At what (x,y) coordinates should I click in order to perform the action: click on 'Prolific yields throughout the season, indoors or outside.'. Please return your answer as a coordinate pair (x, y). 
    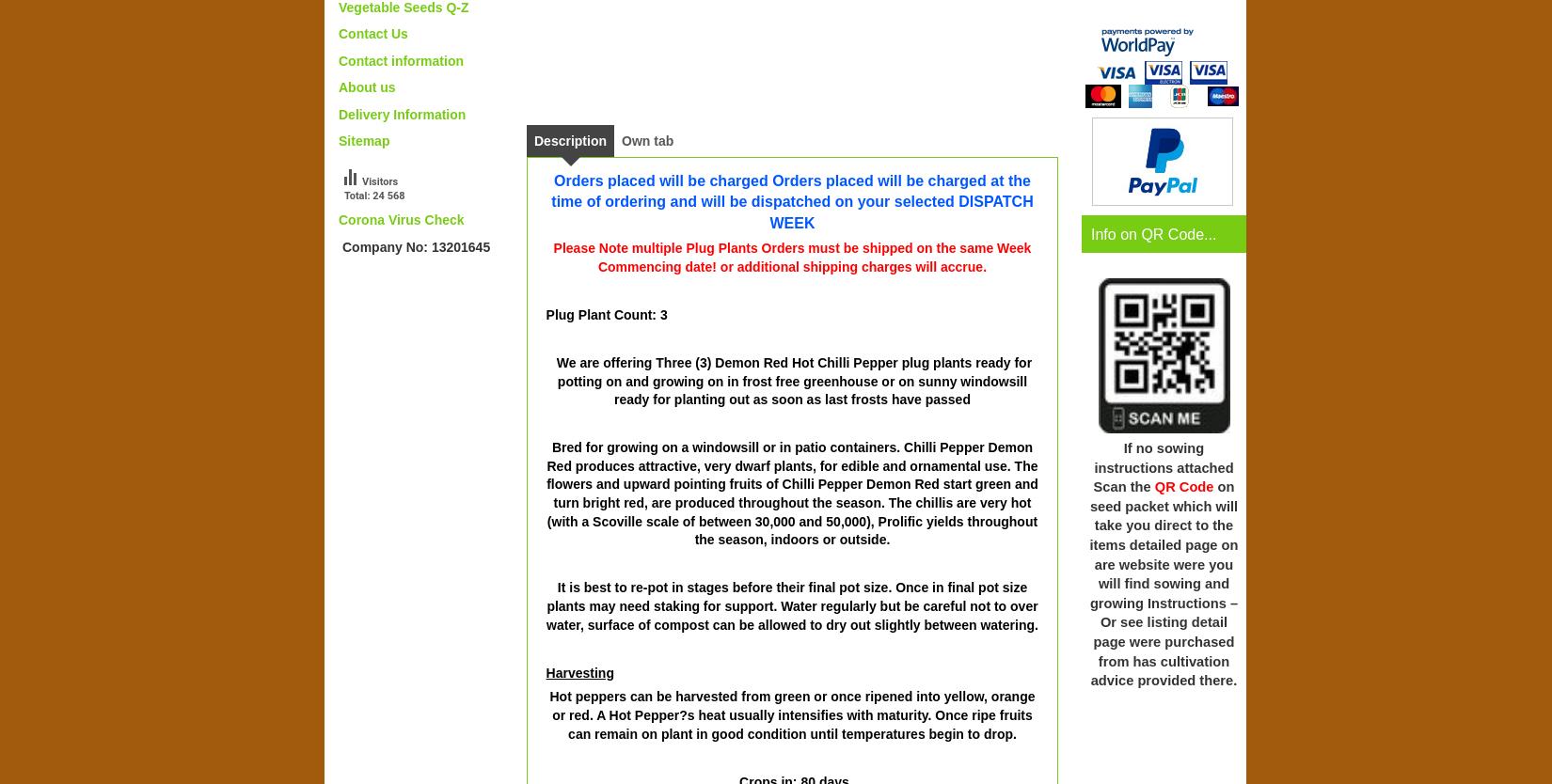
    Looking at the image, I should click on (865, 530).